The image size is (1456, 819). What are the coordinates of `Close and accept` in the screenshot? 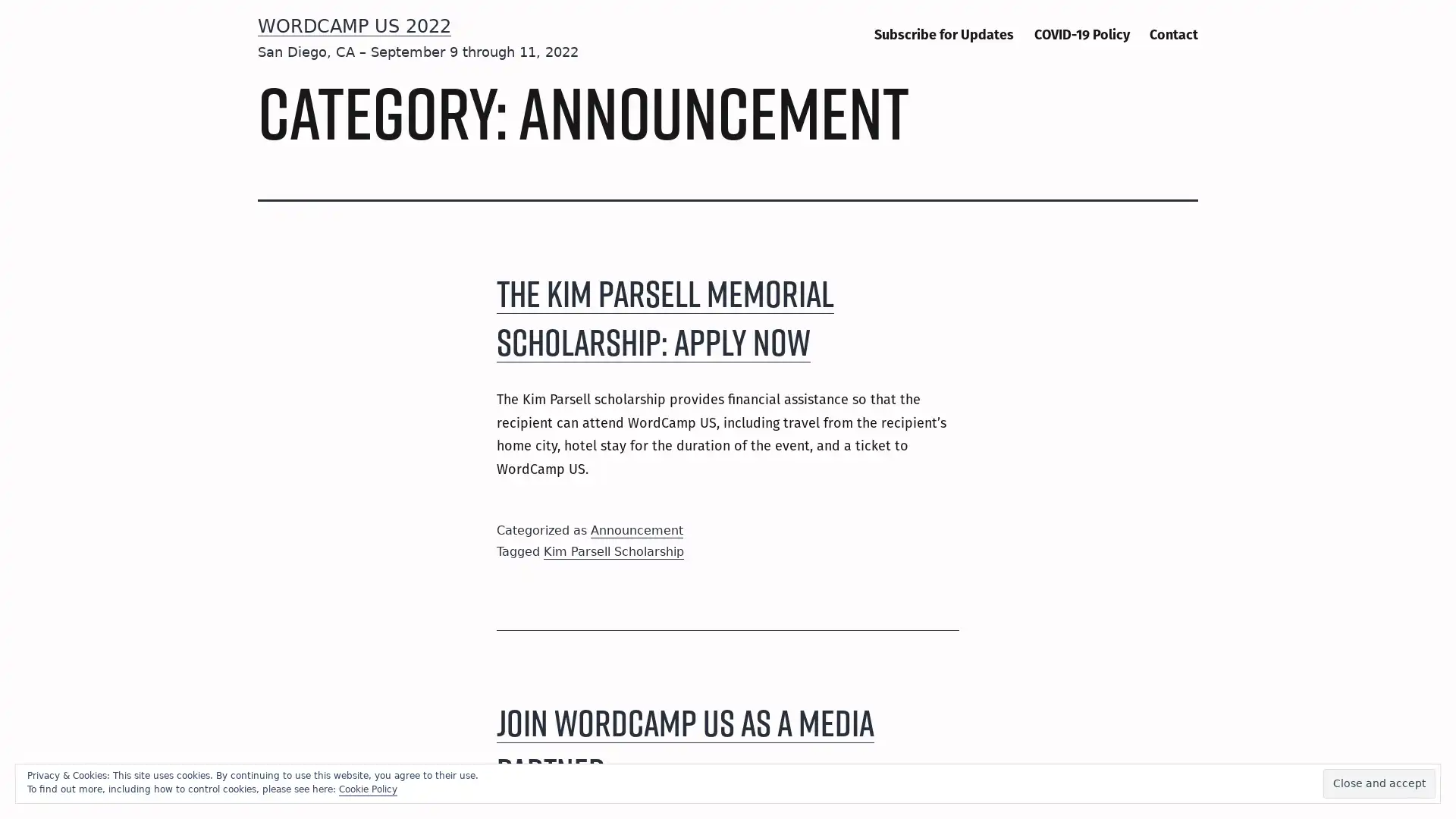 It's located at (1379, 783).